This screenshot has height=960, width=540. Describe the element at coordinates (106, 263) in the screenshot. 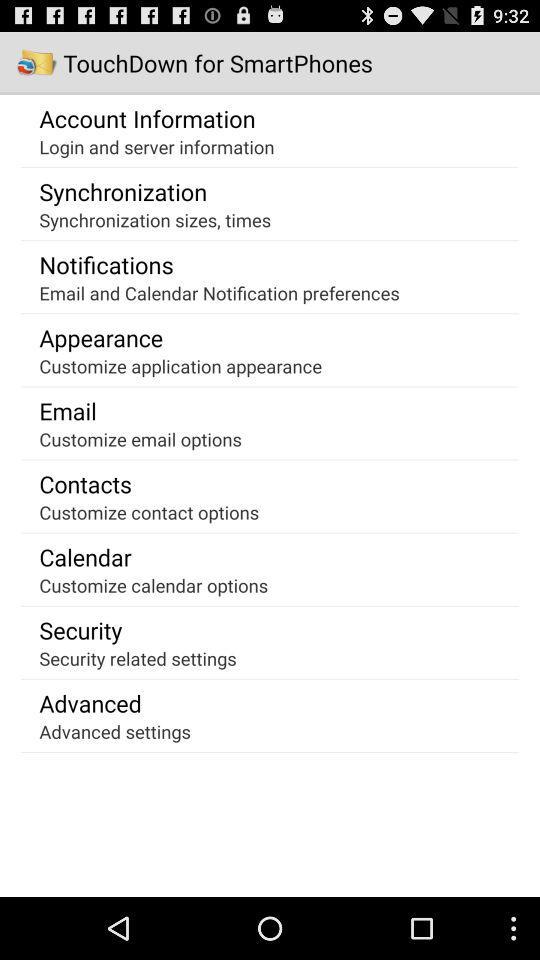

I see `the app above email and calendar icon` at that location.